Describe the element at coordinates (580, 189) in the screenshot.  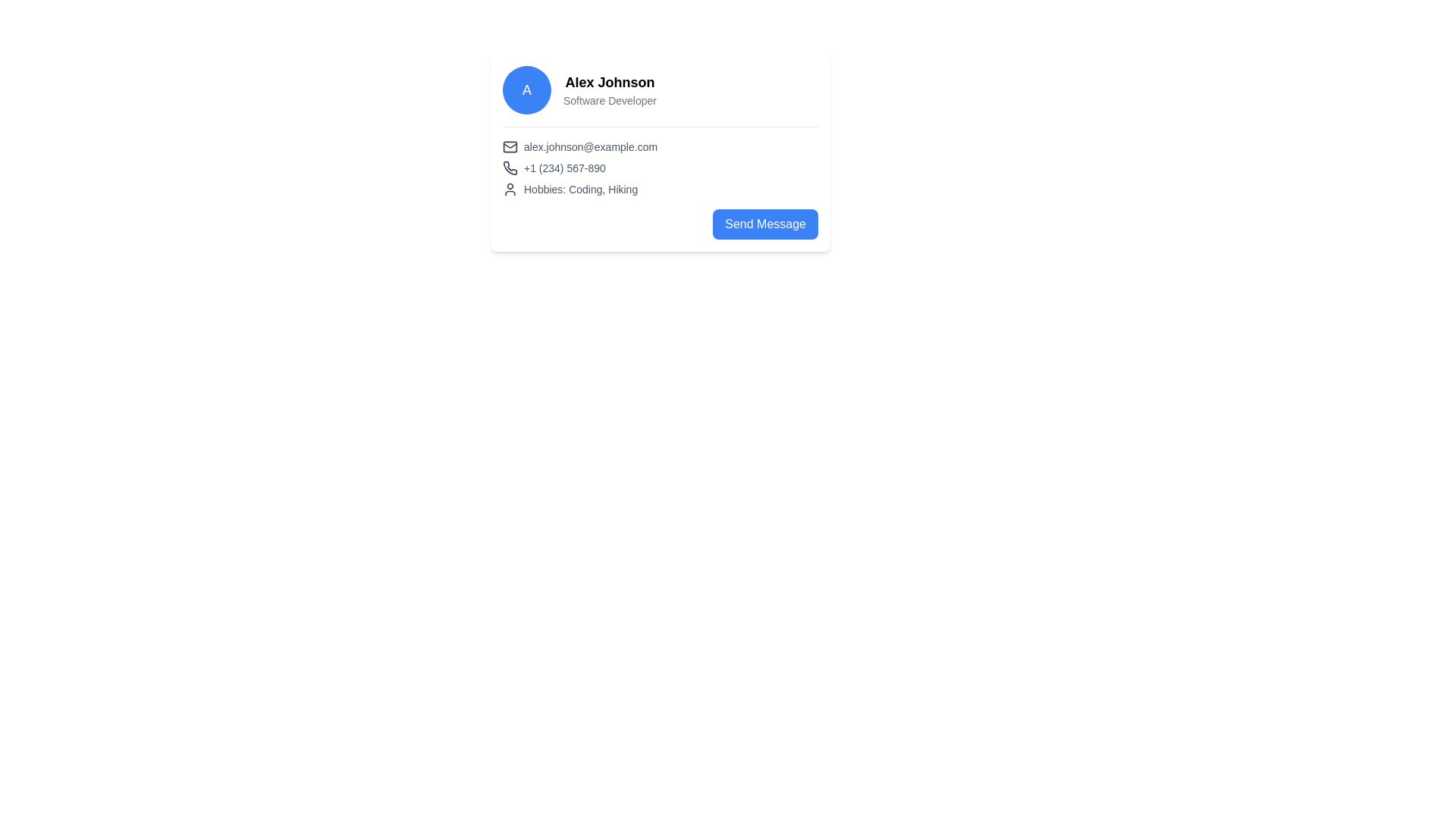
I see `the text label with gray color and smaller font size that reads 'Hobbies: Coding, Hiking', located within the profile card to the right of the contact information` at that location.